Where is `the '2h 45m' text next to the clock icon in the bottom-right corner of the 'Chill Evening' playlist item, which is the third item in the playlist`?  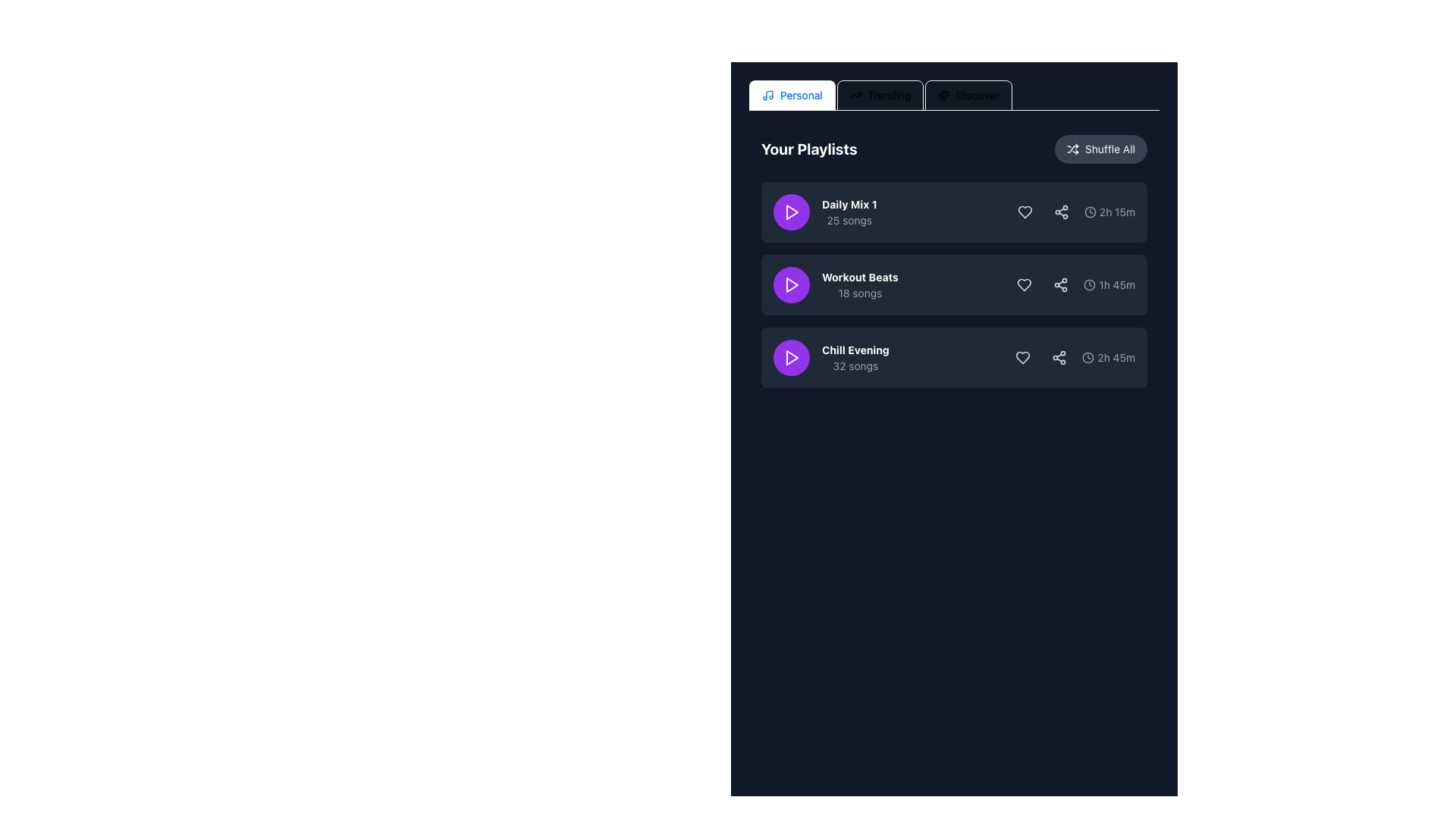 the '2h 45m' text next to the clock icon in the bottom-right corner of the 'Chill Evening' playlist item, which is the third item in the playlist is located at coordinates (1109, 357).